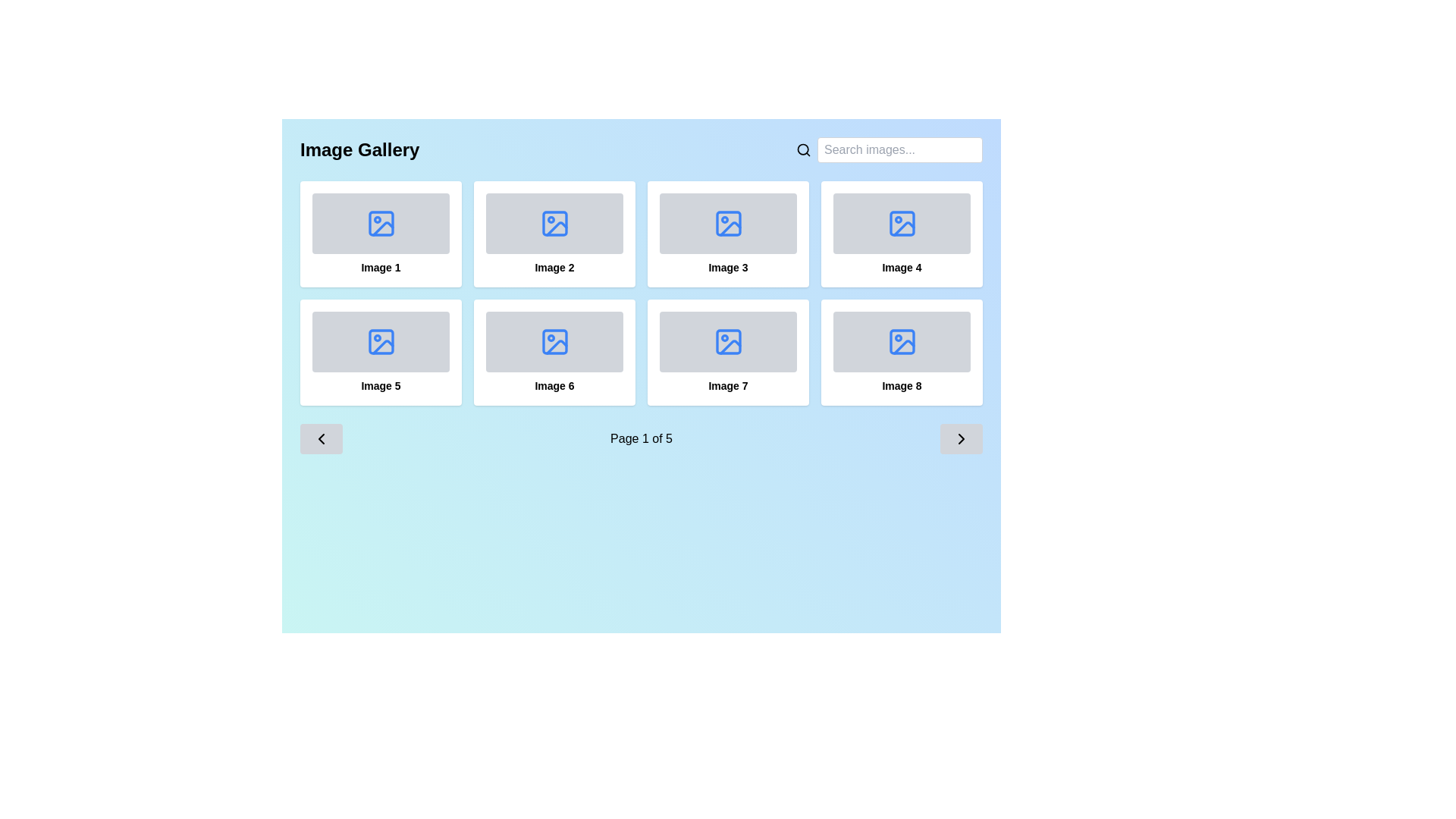 This screenshot has width=1456, height=819. Describe the element at coordinates (320, 438) in the screenshot. I see `the disabled button on the left side of the gallery navigation bar that features a chevron symbol, indicating its function to navigate to the previous page` at that location.